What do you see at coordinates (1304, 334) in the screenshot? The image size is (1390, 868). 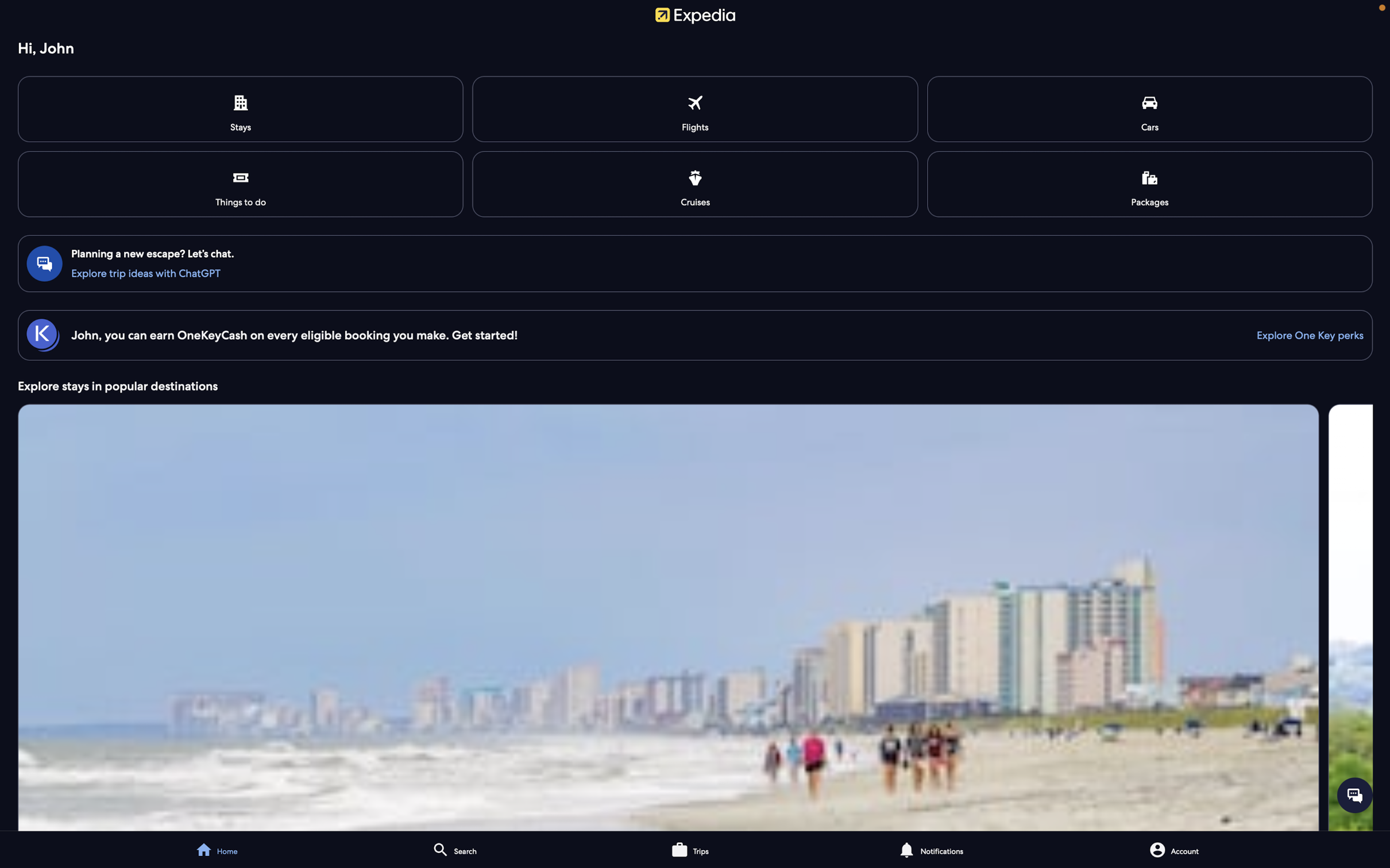 I see `Activate the One Key Cash option` at bounding box center [1304, 334].